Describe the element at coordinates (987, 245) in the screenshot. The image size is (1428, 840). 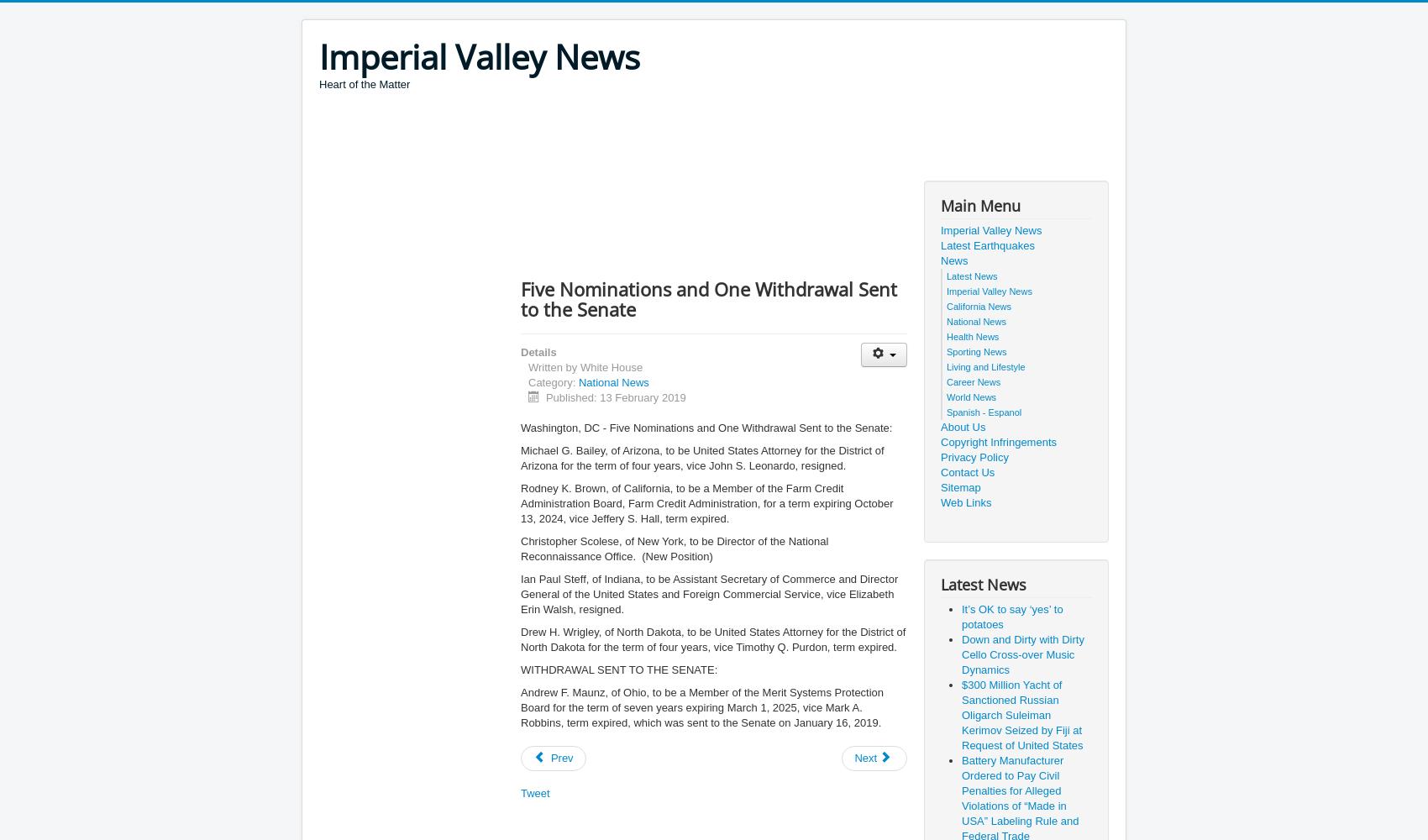
I see `'Latest Earthquakes'` at that location.